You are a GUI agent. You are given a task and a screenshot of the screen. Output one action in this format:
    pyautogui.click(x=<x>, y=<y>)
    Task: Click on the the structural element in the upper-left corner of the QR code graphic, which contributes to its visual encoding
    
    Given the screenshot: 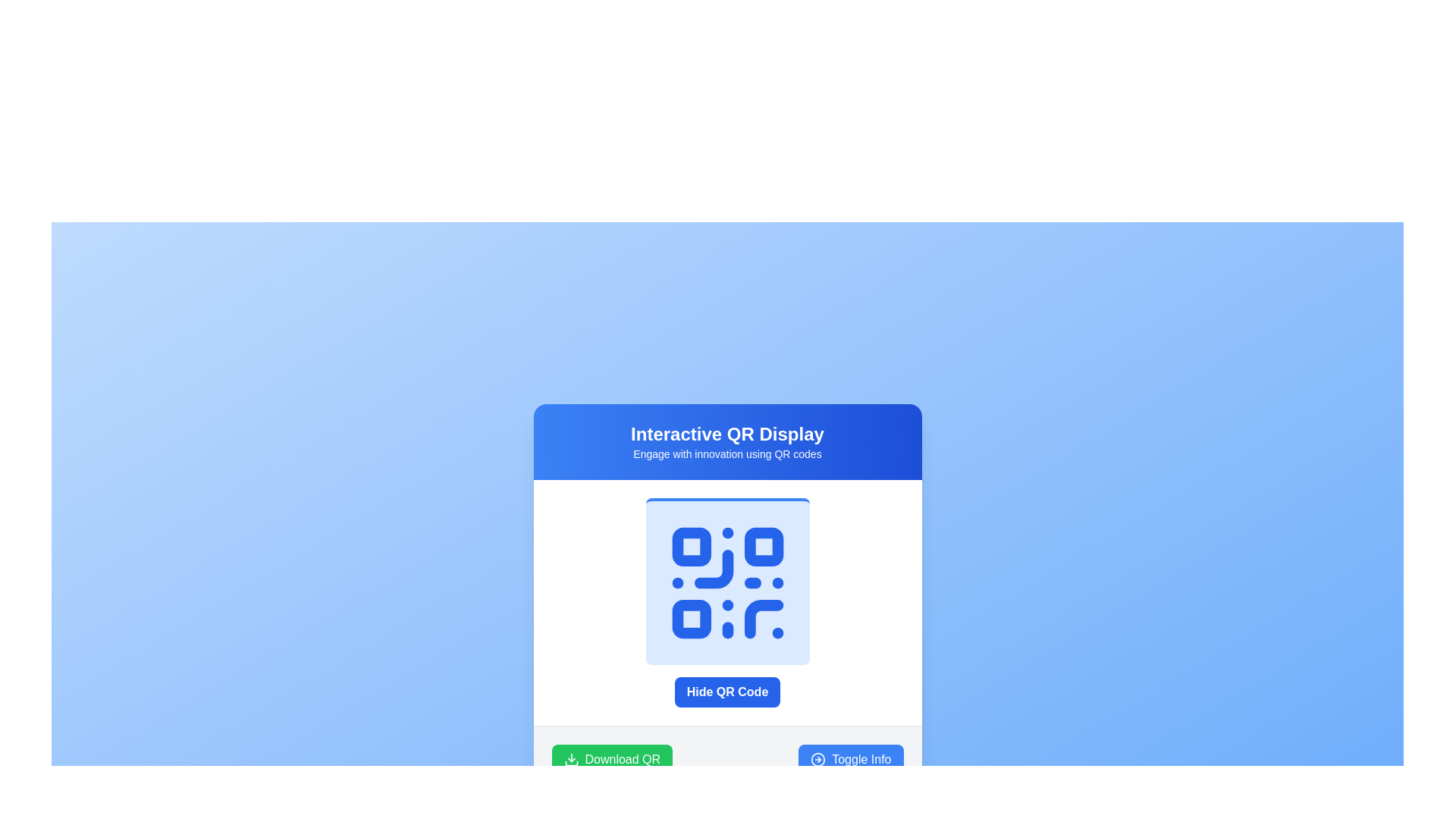 What is the action you would take?
    pyautogui.click(x=690, y=546)
    